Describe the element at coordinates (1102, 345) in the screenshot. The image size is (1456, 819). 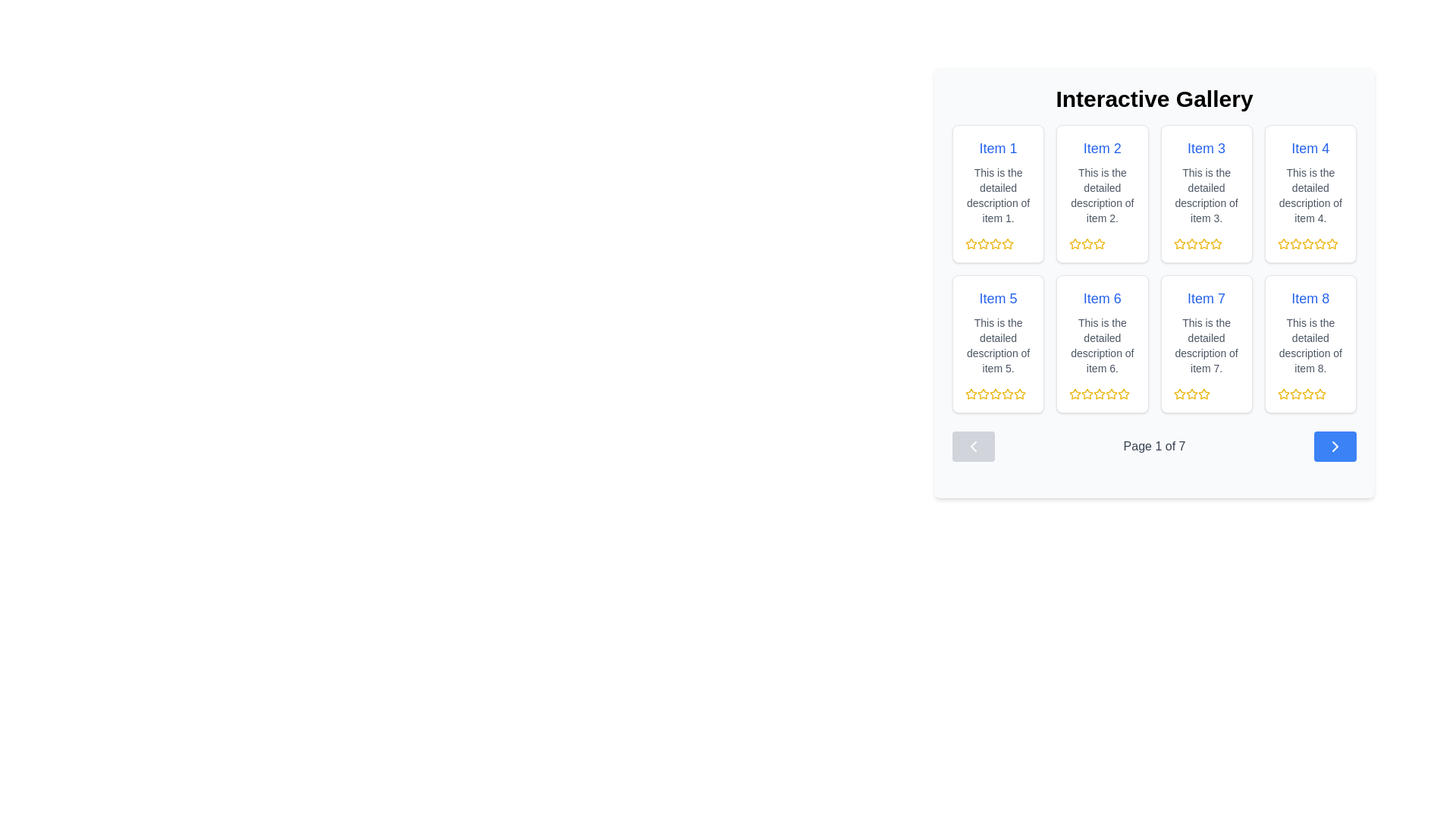
I see `the text label displaying 'This is the detailed description of item 6.' which is located below the title 'Item 6' and above a row of icons` at that location.